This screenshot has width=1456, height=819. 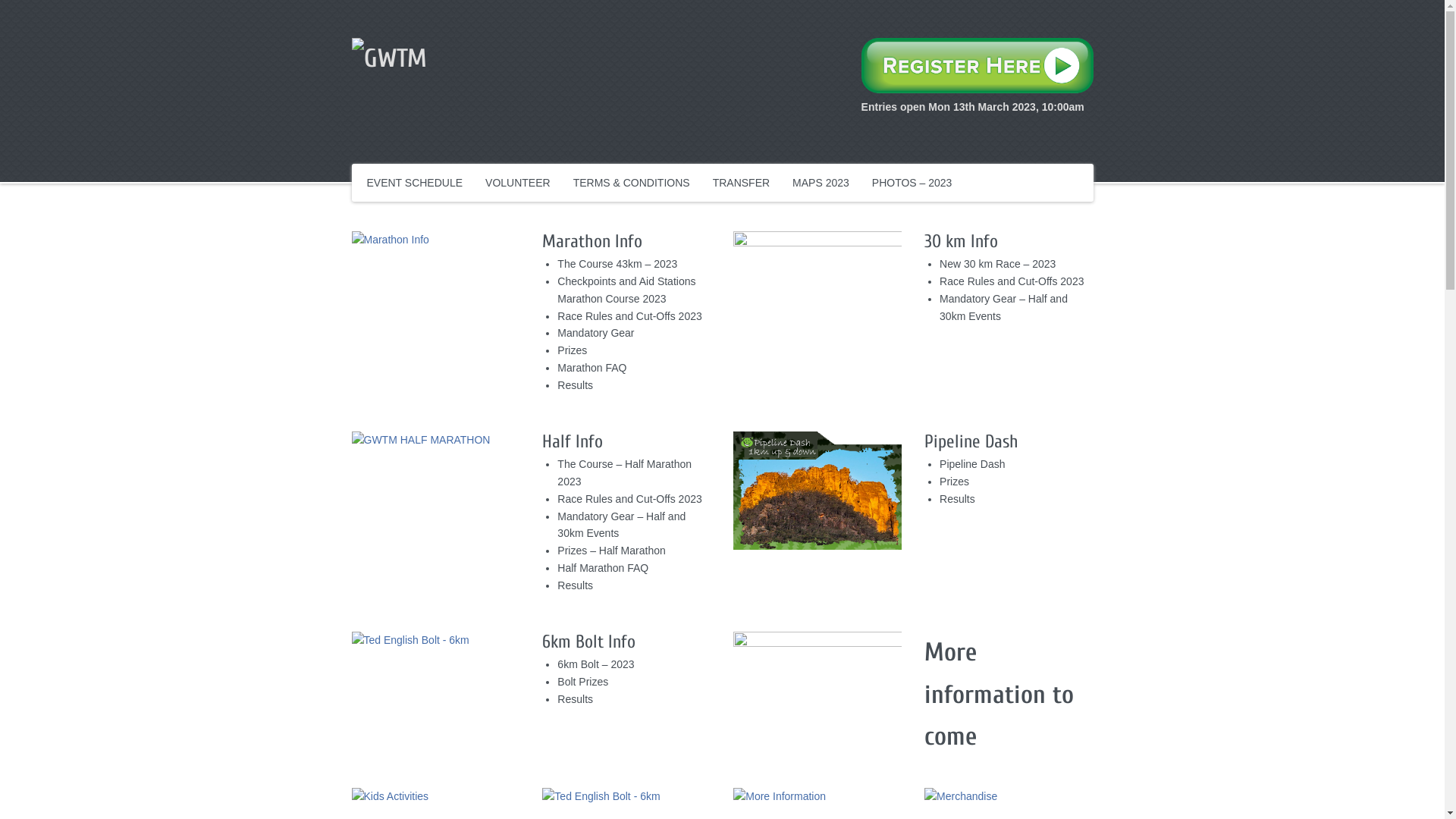 I want to click on 'VOLUNTEER', so click(x=517, y=181).